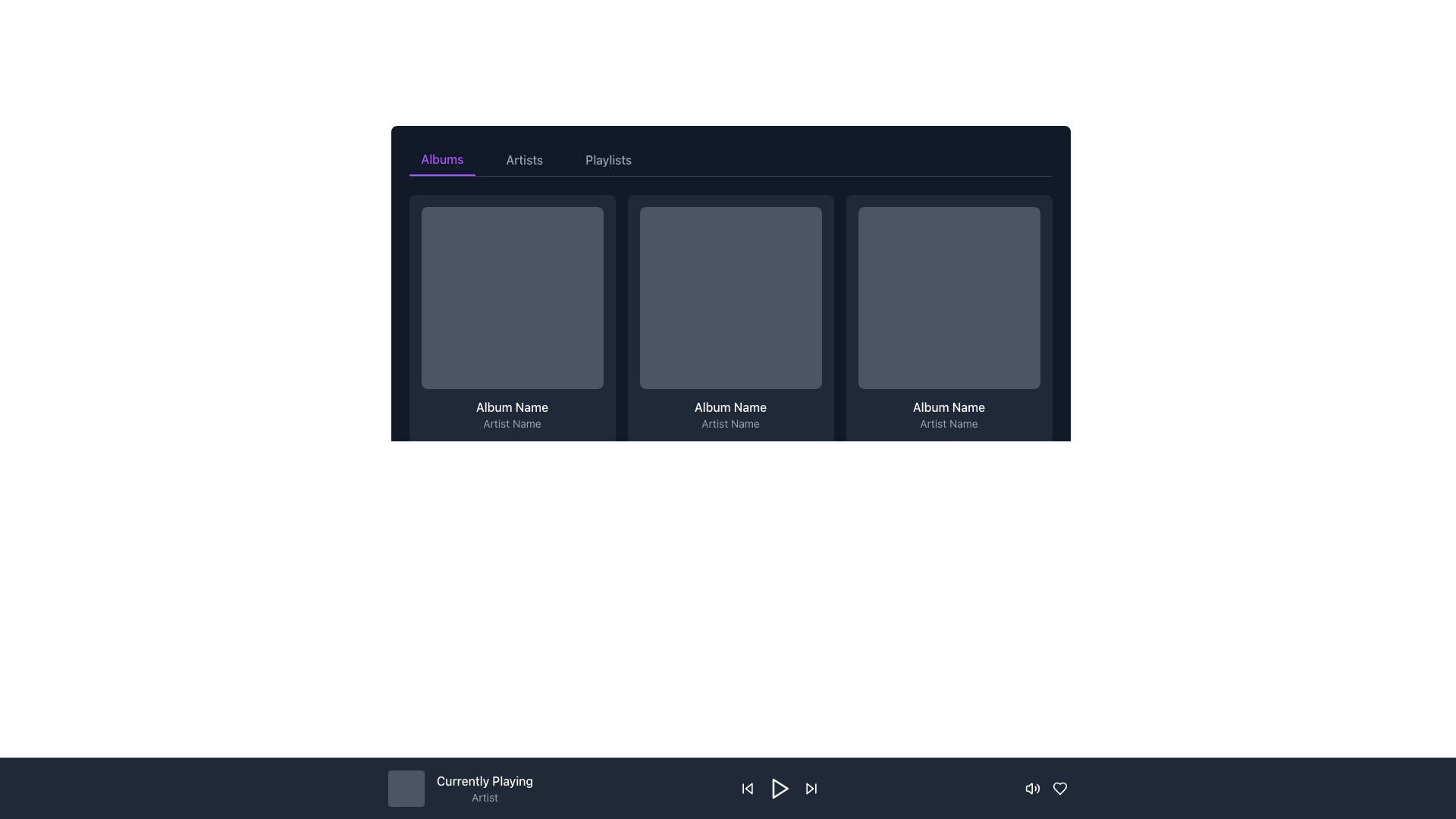 The image size is (1456, 819). What do you see at coordinates (948, 424) in the screenshot?
I see `the static text label displaying the artist's name, which is located beneath the album name ('Album Name') and above the track duration ('0:37') within the card in the third column of a horizontal grid` at bounding box center [948, 424].